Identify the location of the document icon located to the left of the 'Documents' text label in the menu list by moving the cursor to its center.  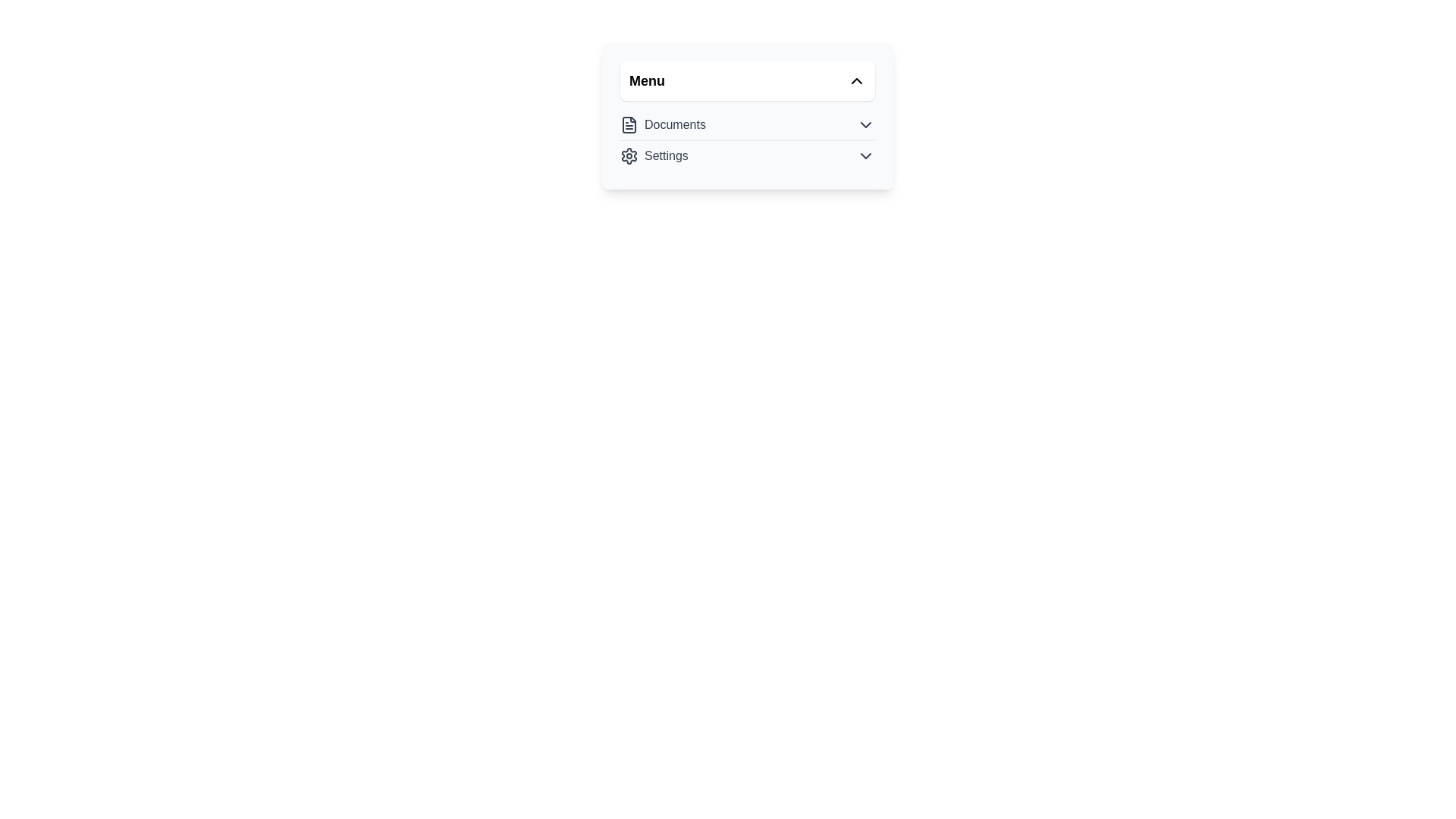
(629, 124).